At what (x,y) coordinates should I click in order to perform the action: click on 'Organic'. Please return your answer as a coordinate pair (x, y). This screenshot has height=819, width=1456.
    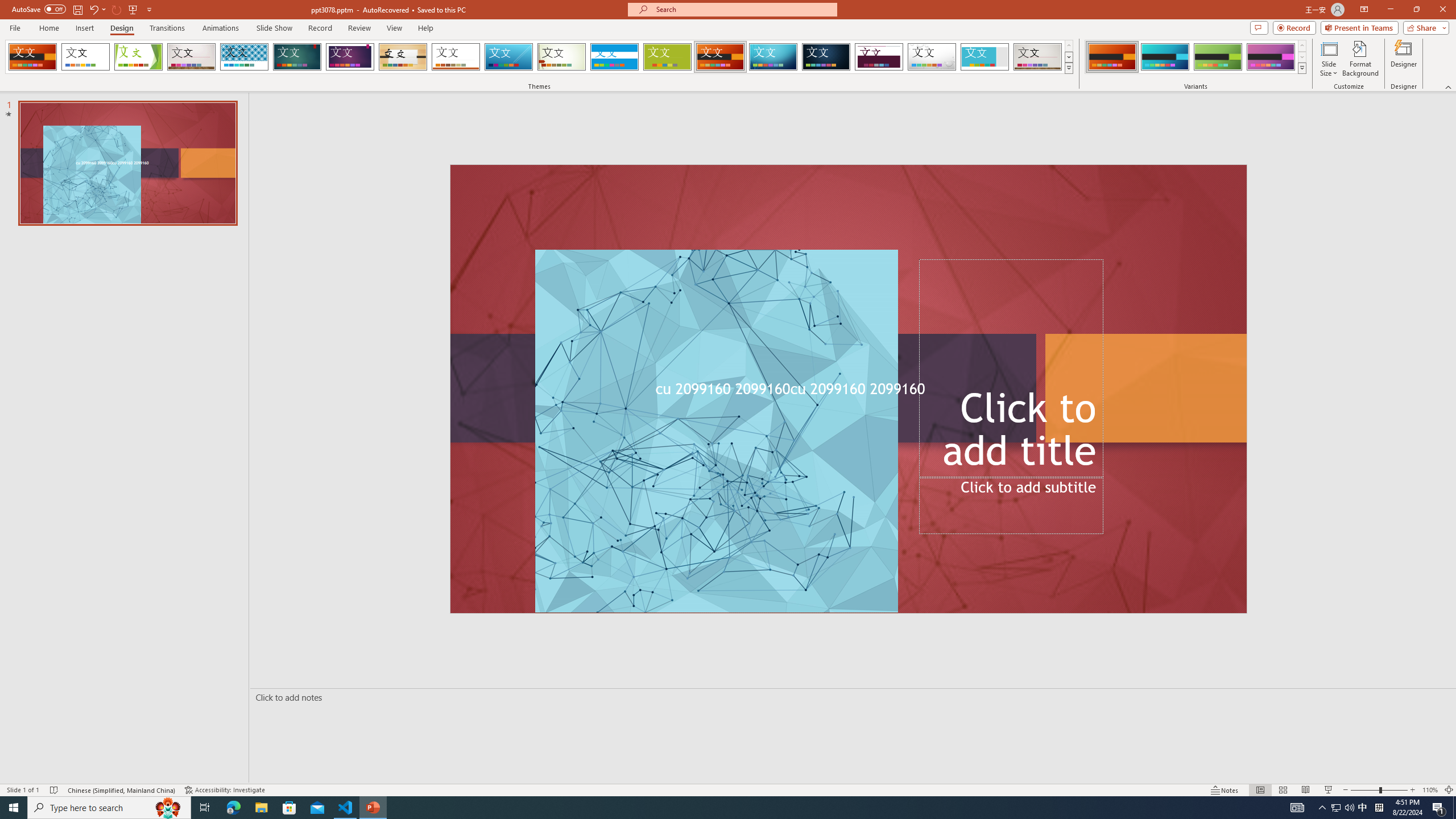
    Looking at the image, I should click on (403, 56).